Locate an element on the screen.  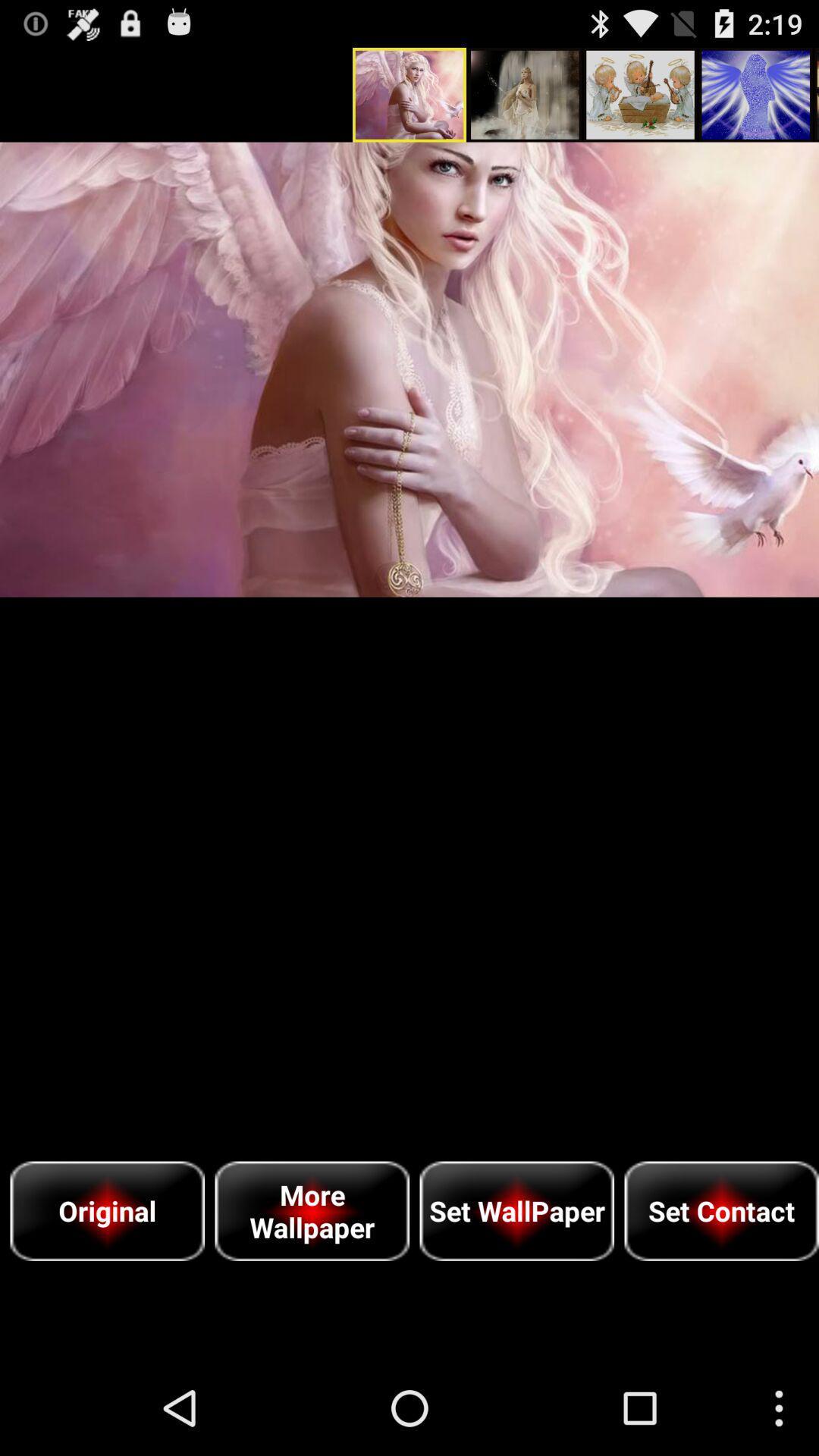
item to the right of set wallpaper is located at coordinates (720, 1210).